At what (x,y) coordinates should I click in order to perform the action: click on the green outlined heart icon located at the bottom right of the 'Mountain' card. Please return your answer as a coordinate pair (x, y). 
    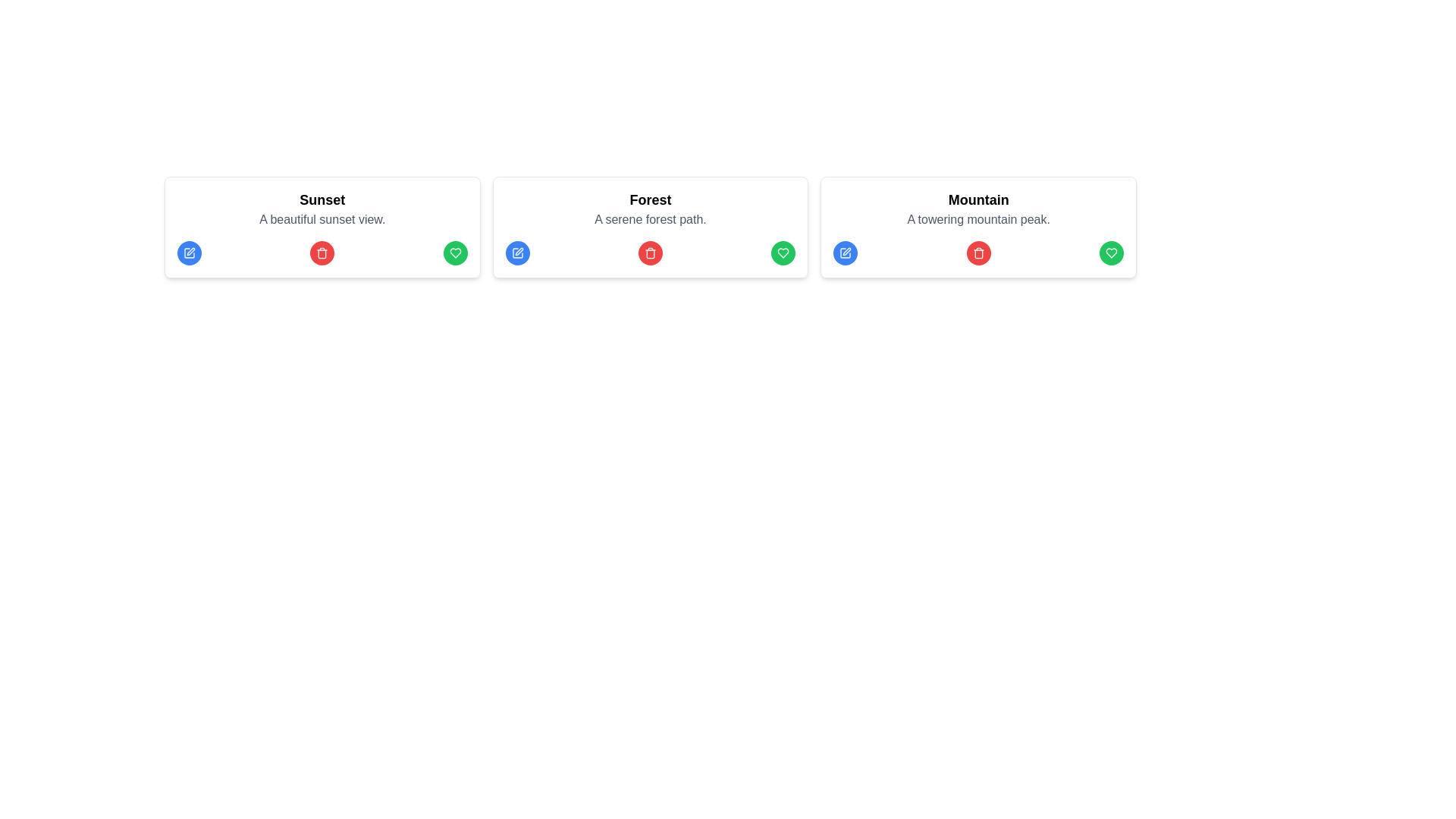
    Looking at the image, I should click on (1111, 253).